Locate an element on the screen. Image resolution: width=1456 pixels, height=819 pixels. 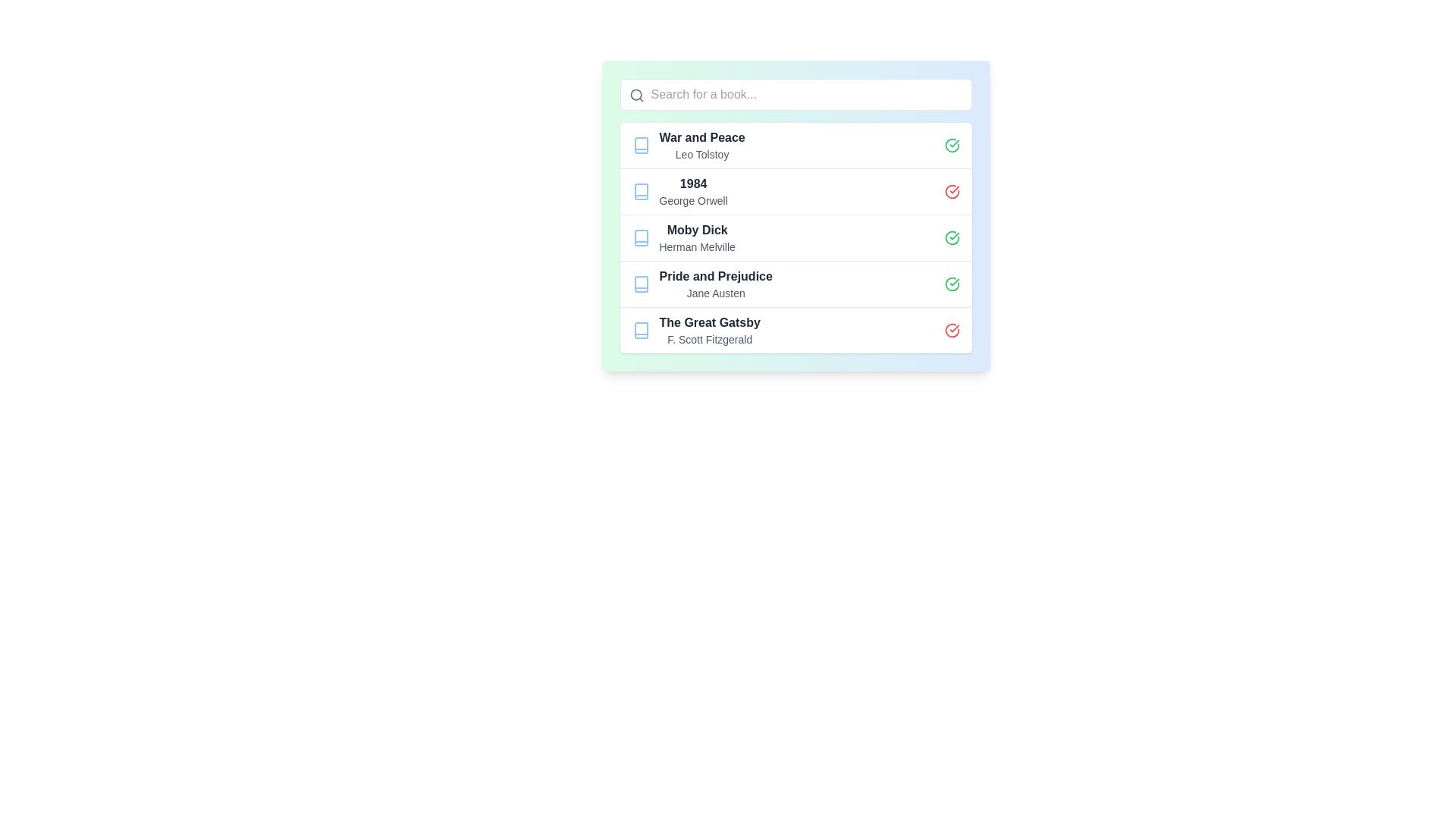
the bold text label 'Moby Dick' is located at coordinates (696, 231).